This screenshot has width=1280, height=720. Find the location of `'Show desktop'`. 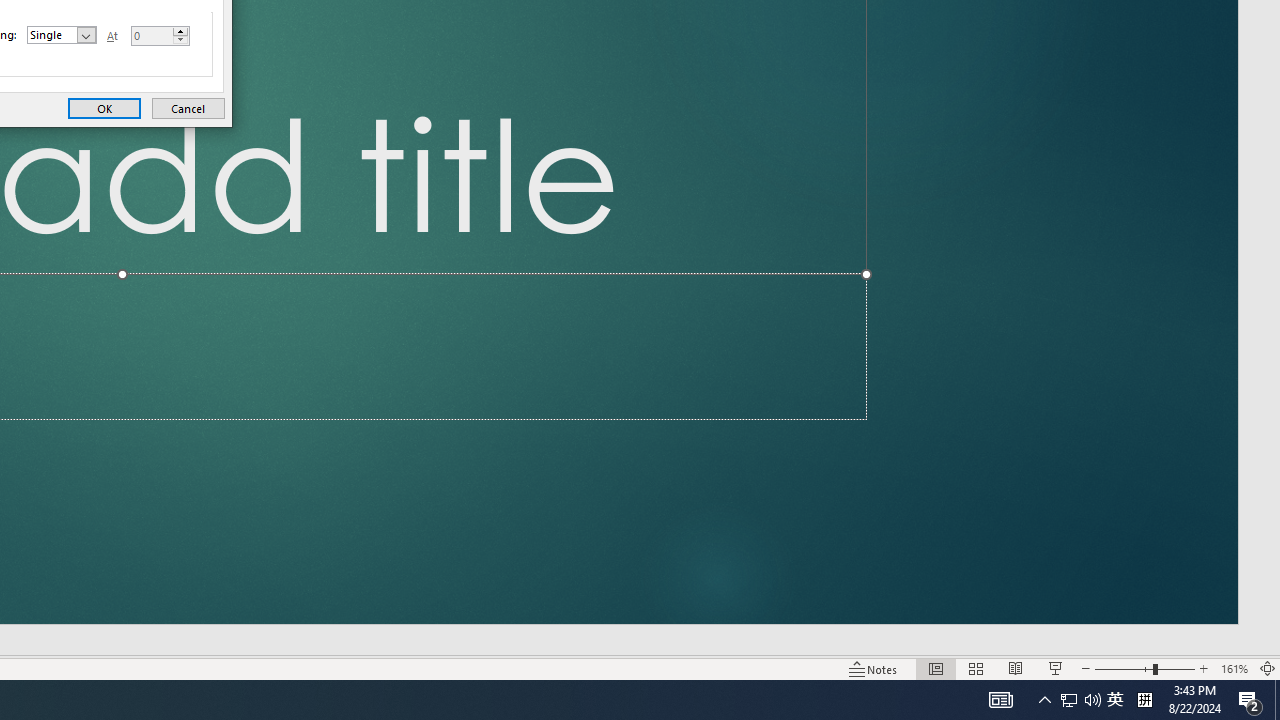

'Show desktop' is located at coordinates (1276, 698).